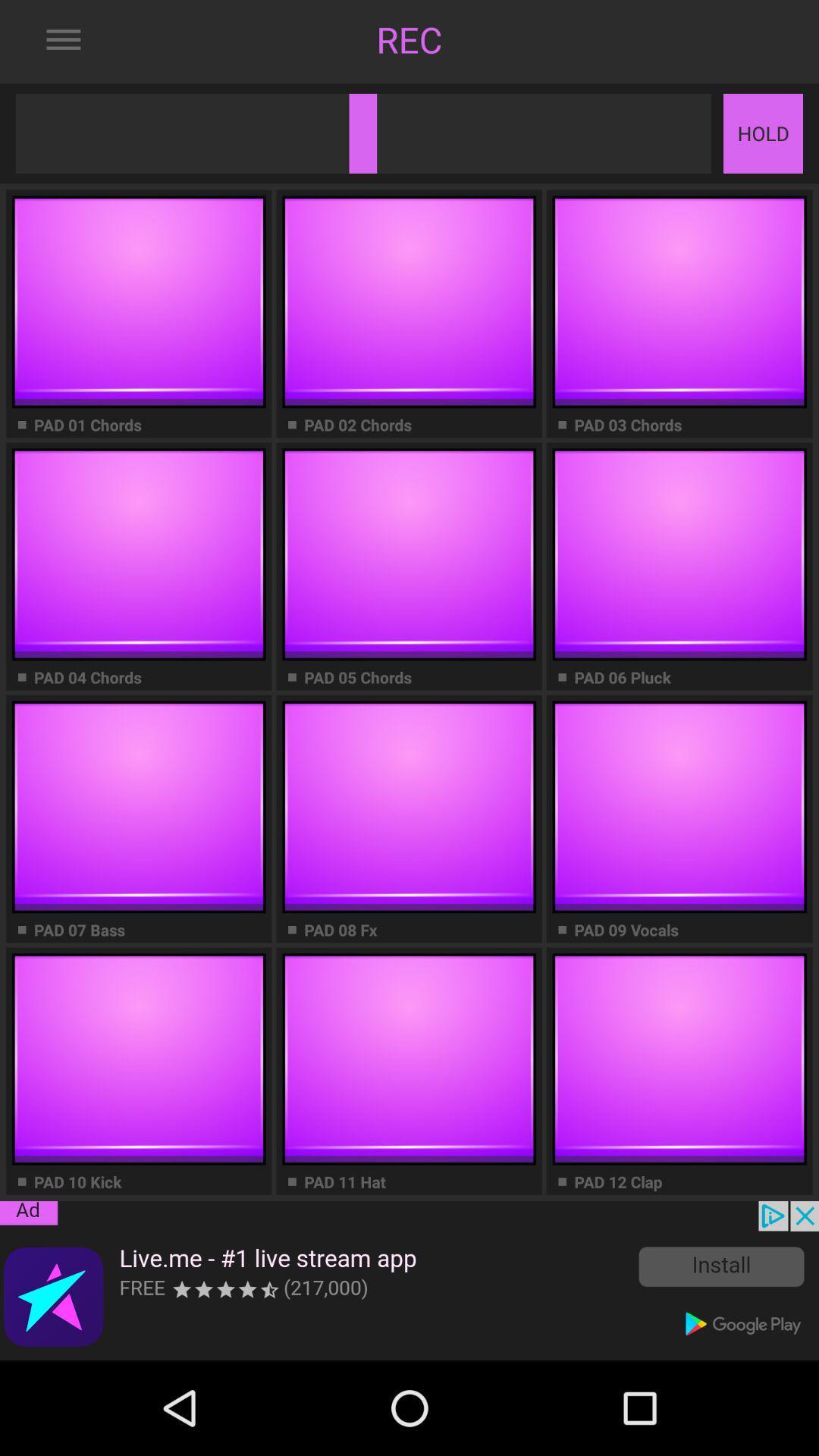  Describe the element at coordinates (763, 133) in the screenshot. I see `hold button` at that location.